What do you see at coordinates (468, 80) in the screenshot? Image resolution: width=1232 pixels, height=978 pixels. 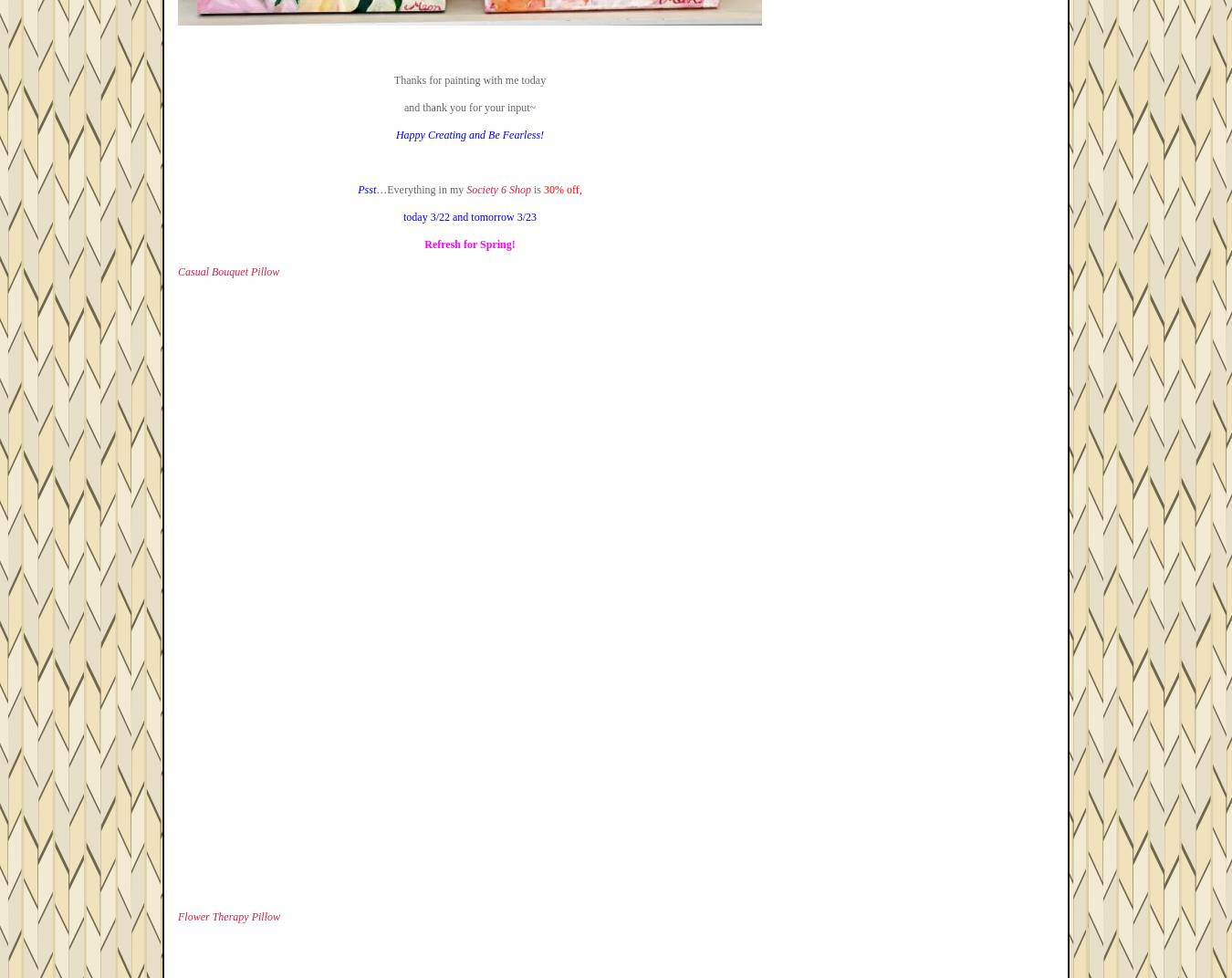 I see `'Thanks for painting with me today'` at bounding box center [468, 80].